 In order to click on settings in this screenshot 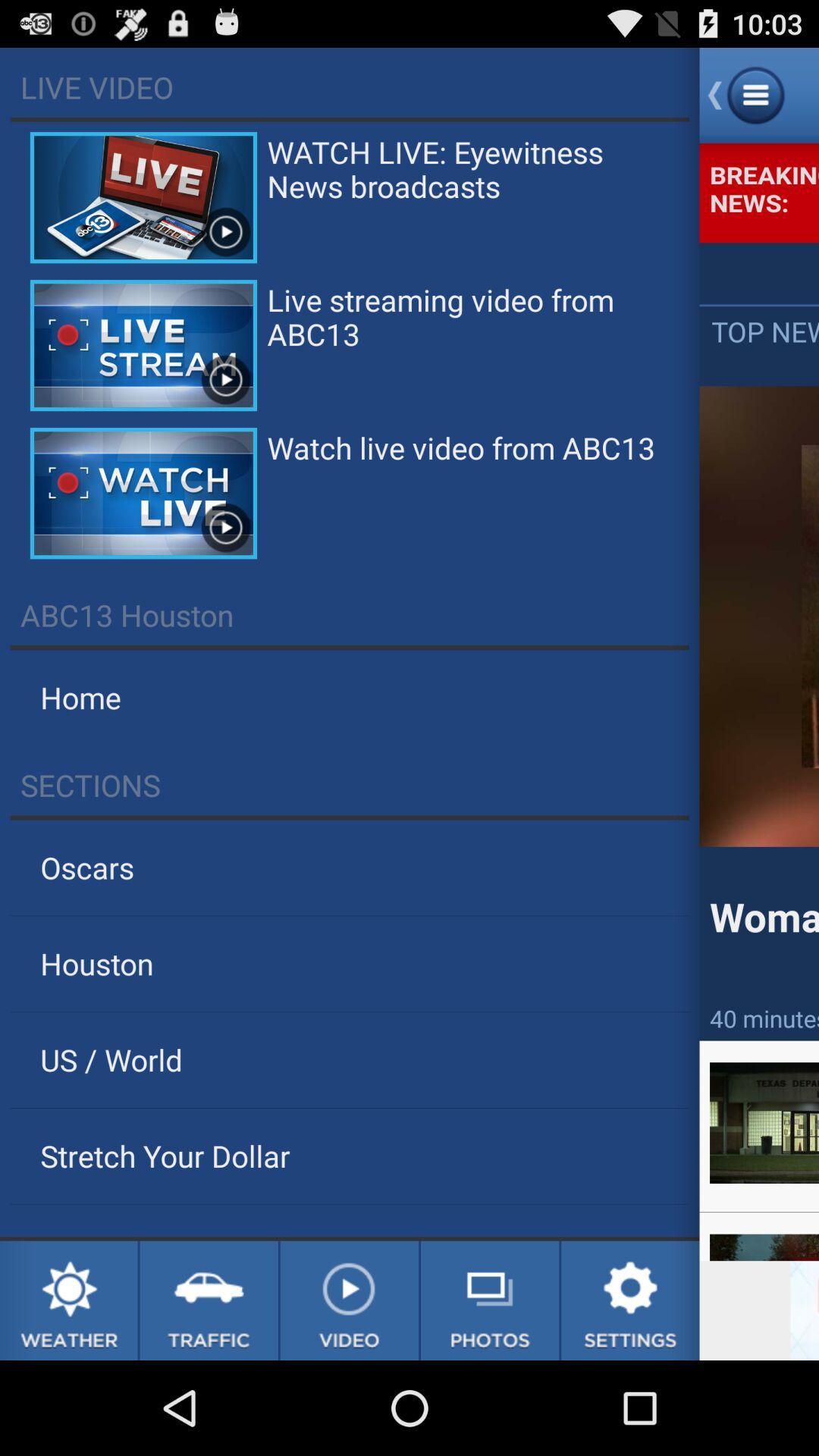, I will do `click(630, 1300)`.